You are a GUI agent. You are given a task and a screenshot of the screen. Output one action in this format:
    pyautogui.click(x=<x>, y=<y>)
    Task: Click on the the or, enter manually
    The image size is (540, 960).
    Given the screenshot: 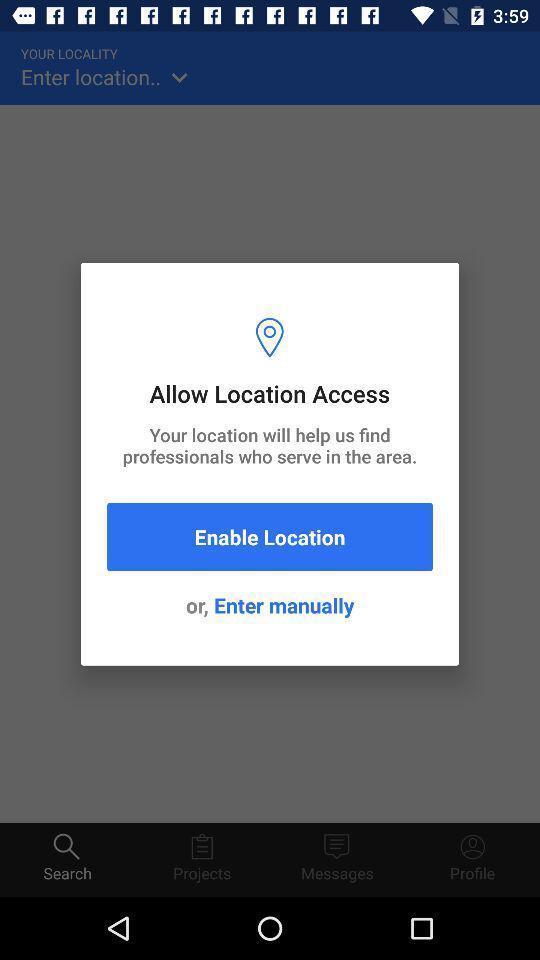 What is the action you would take?
    pyautogui.click(x=270, y=604)
    